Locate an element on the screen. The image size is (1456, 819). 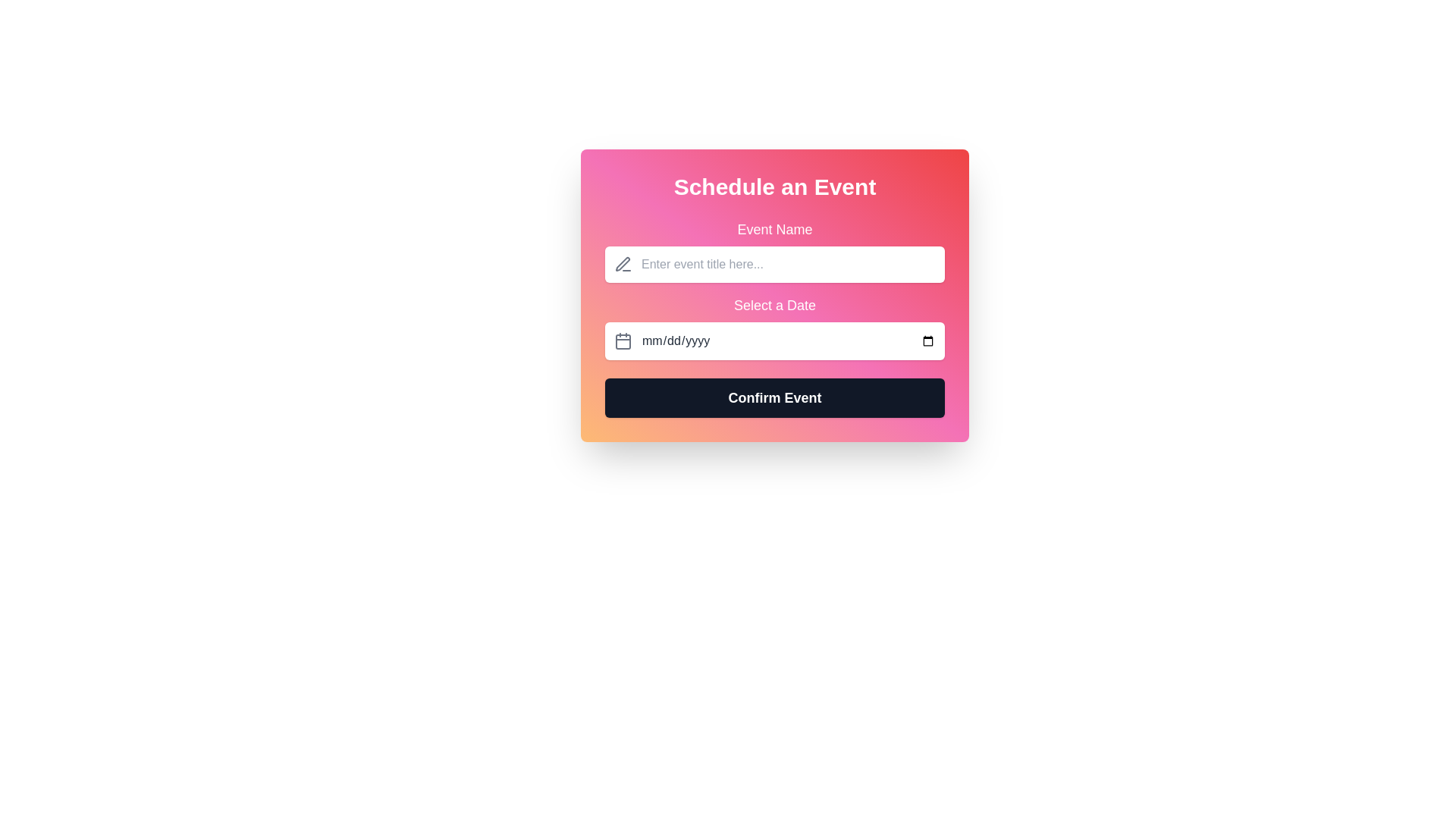
the Date input field located below the 'Select a Date' label, allowing users to type a date is located at coordinates (775, 341).